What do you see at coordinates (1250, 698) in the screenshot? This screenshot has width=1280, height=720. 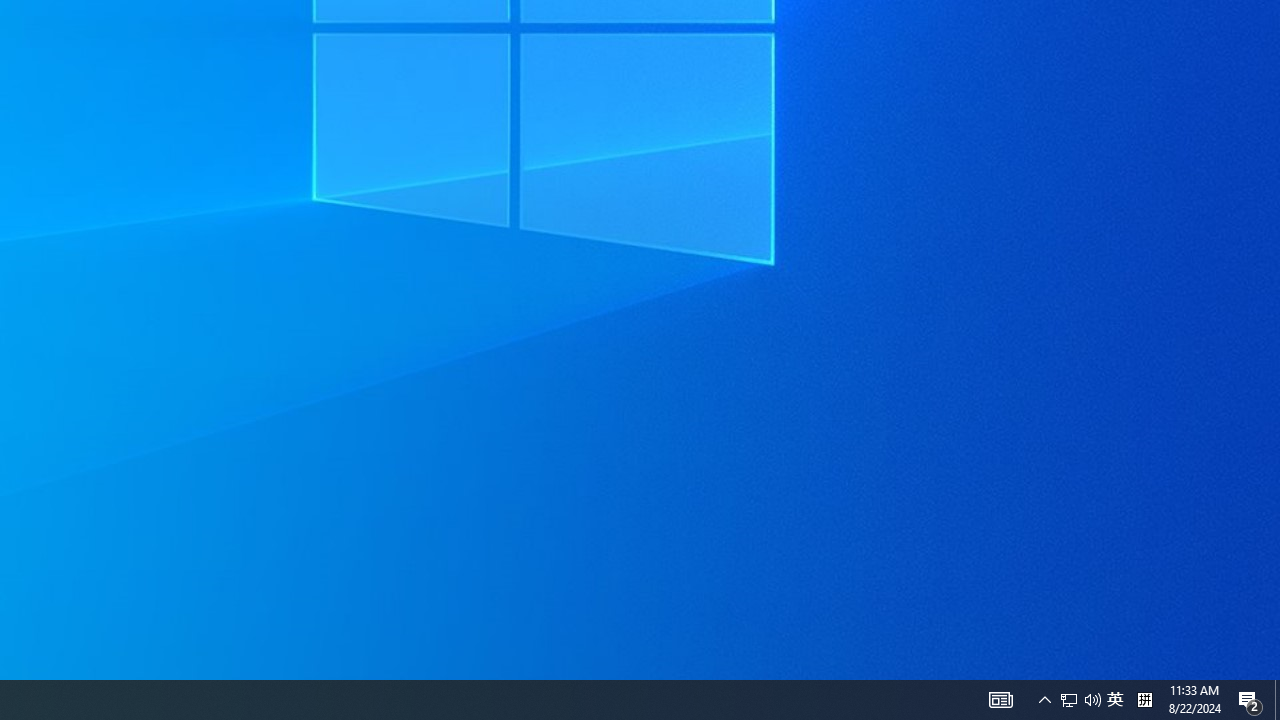 I see `'Show desktop'` at bounding box center [1250, 698].